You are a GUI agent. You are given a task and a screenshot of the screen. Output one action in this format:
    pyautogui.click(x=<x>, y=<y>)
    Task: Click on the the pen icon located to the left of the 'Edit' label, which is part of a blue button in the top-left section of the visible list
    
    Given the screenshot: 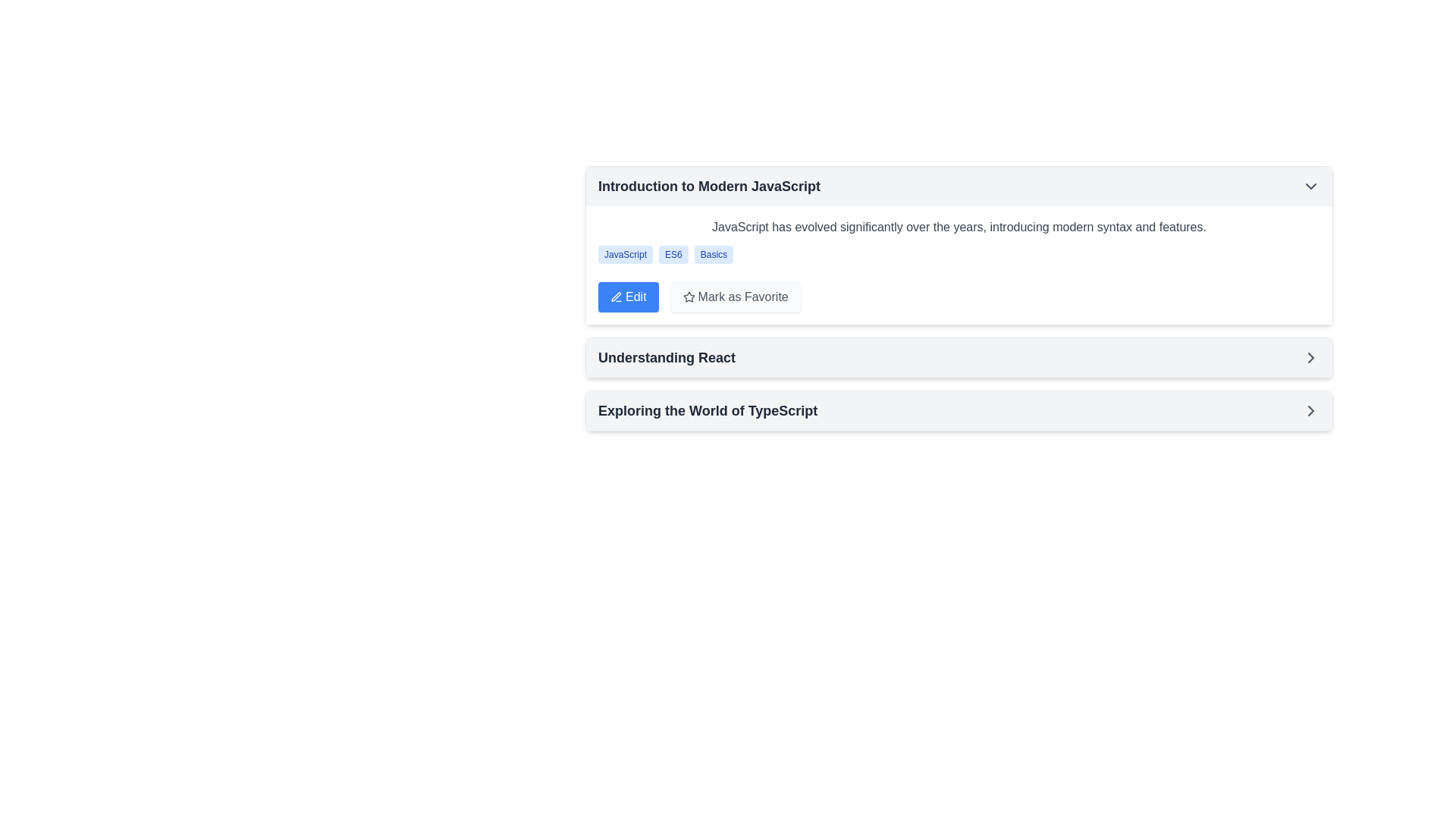 What is the action you would take?
    pyautogui.click(x=616, y=297)
    